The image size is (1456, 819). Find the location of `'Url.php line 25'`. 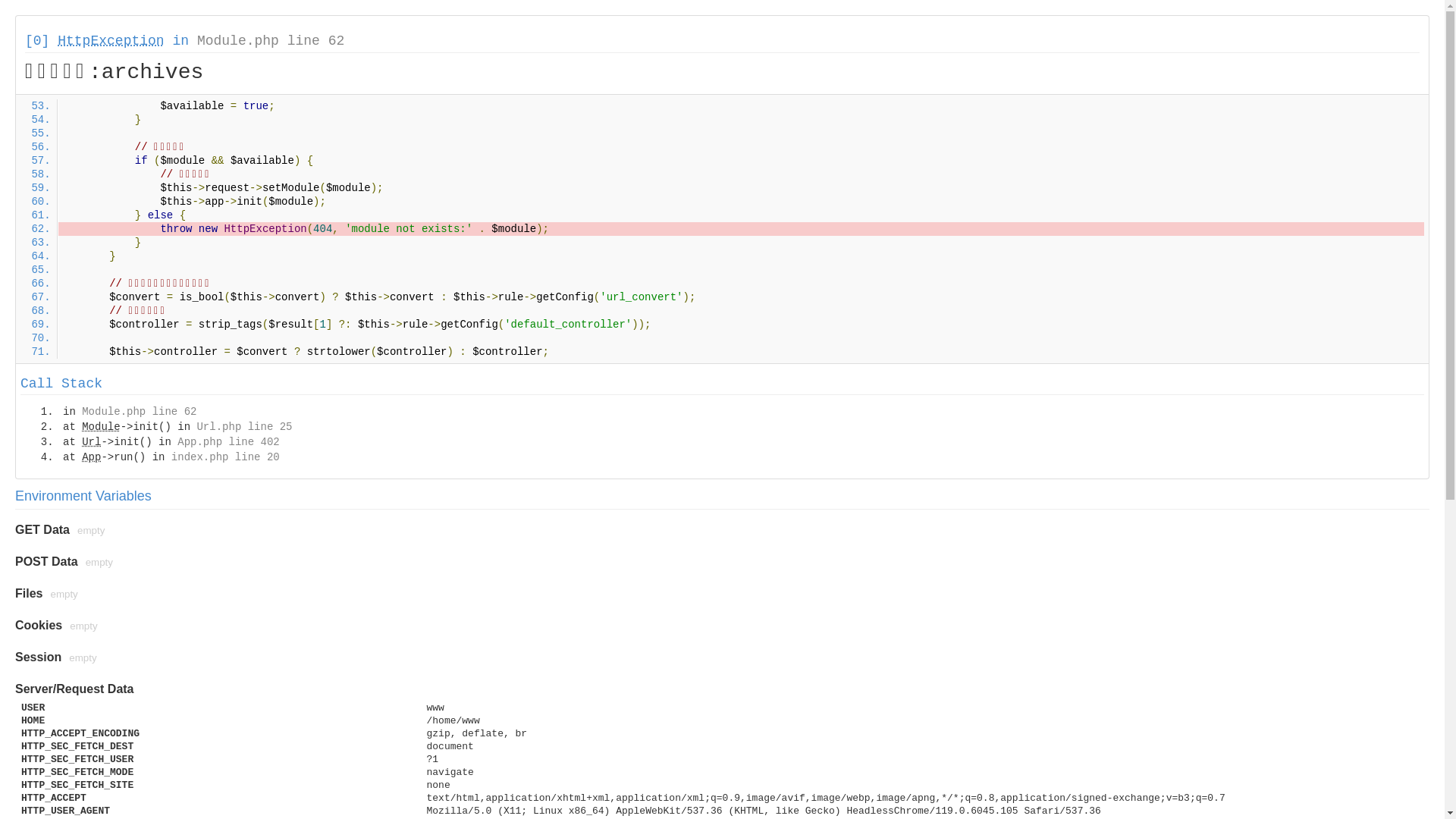

'Url.php line 25' is located at coordinates (243, 427).